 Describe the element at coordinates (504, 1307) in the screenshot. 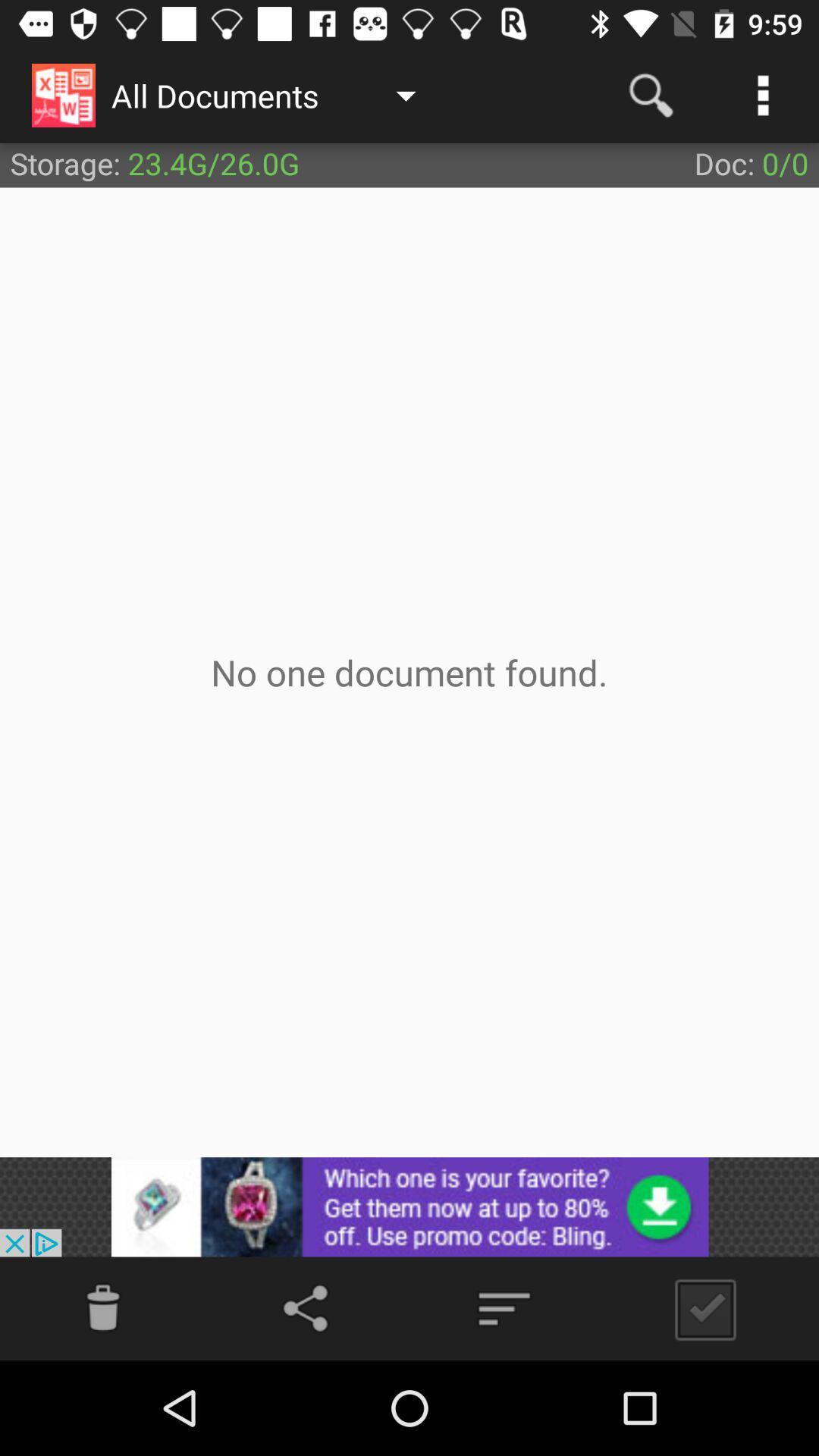

I see `the filter_list icon` at that location.